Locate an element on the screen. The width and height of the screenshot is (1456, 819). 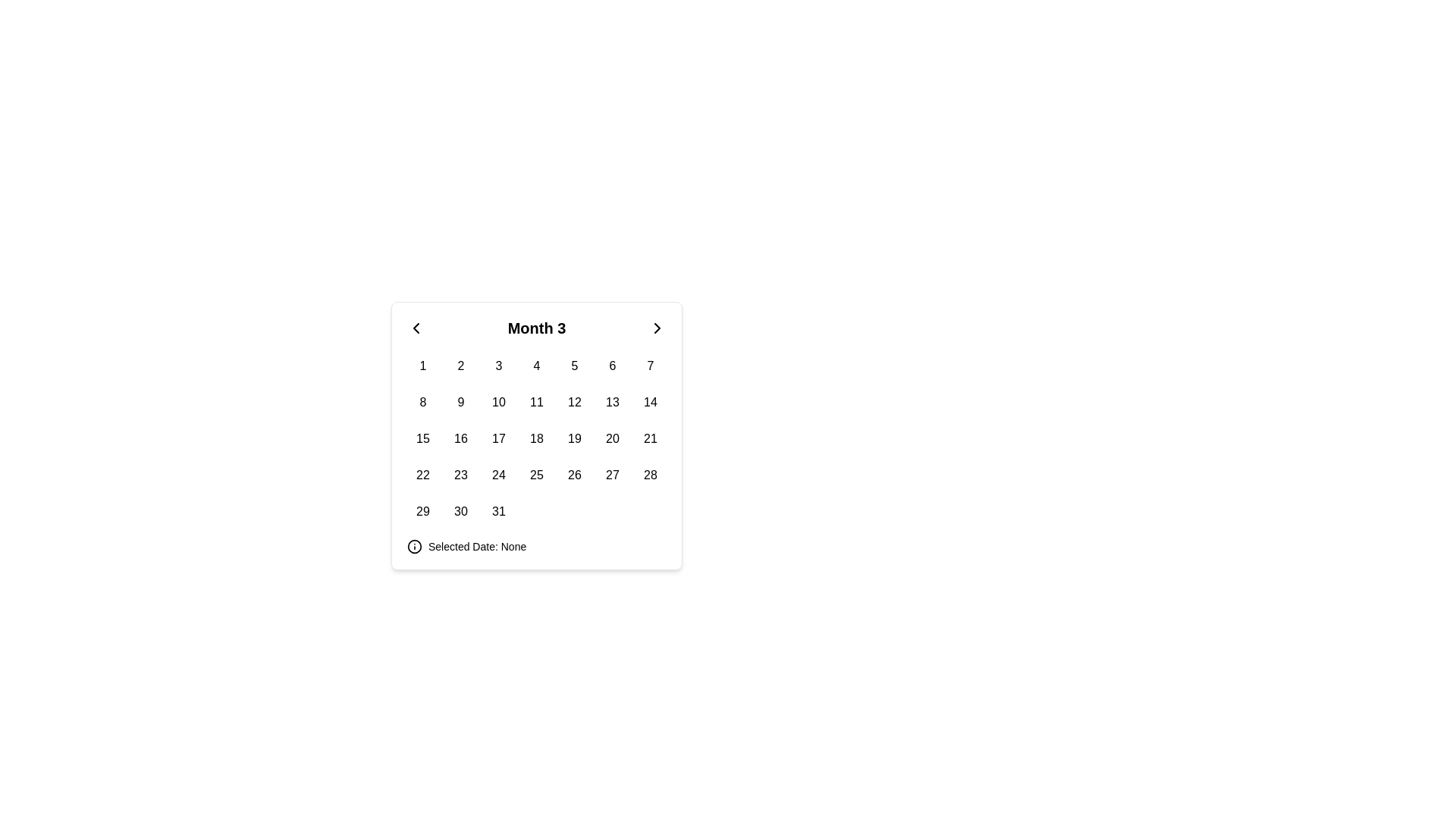
the calendar day cell displaying the number '19', which is styled as a button but is not interactive, located in the third row and fifth column of the calendar grid is located at coordinates (574, 438).